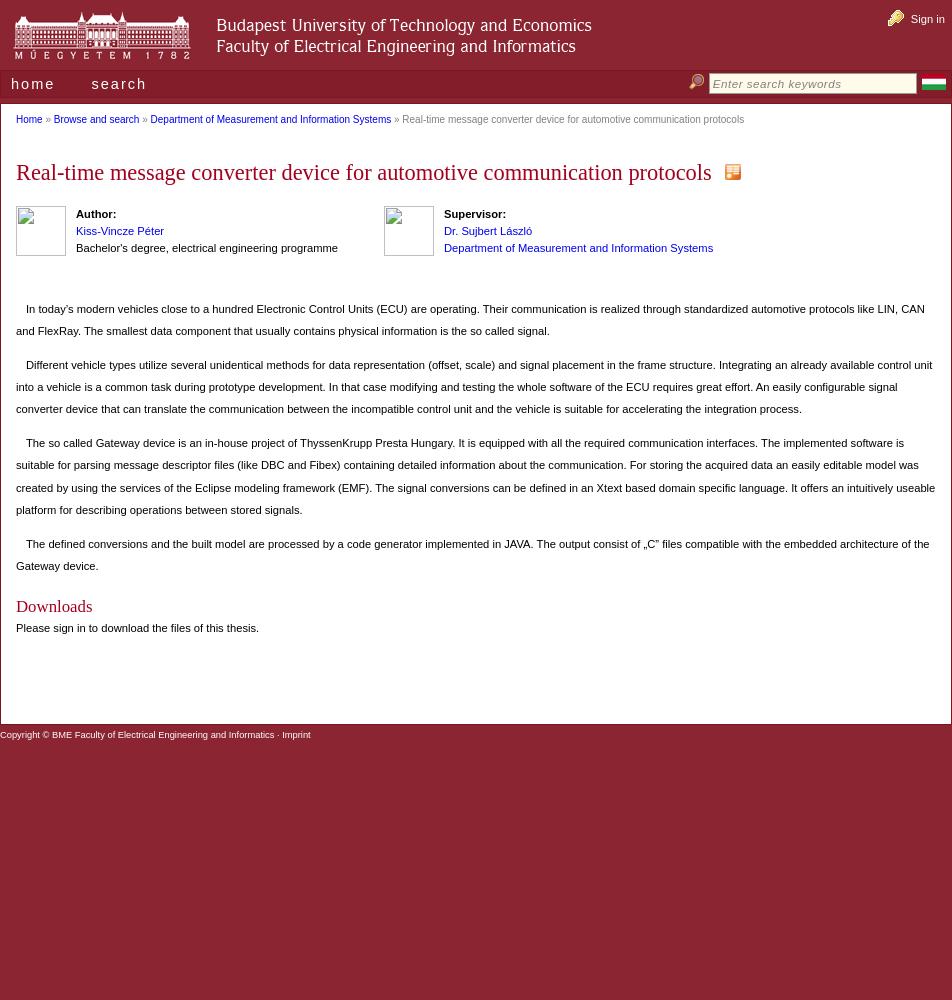 This screenshot has width=952, height=1000. I want to click on 'Browse and search', so click(95, 118).